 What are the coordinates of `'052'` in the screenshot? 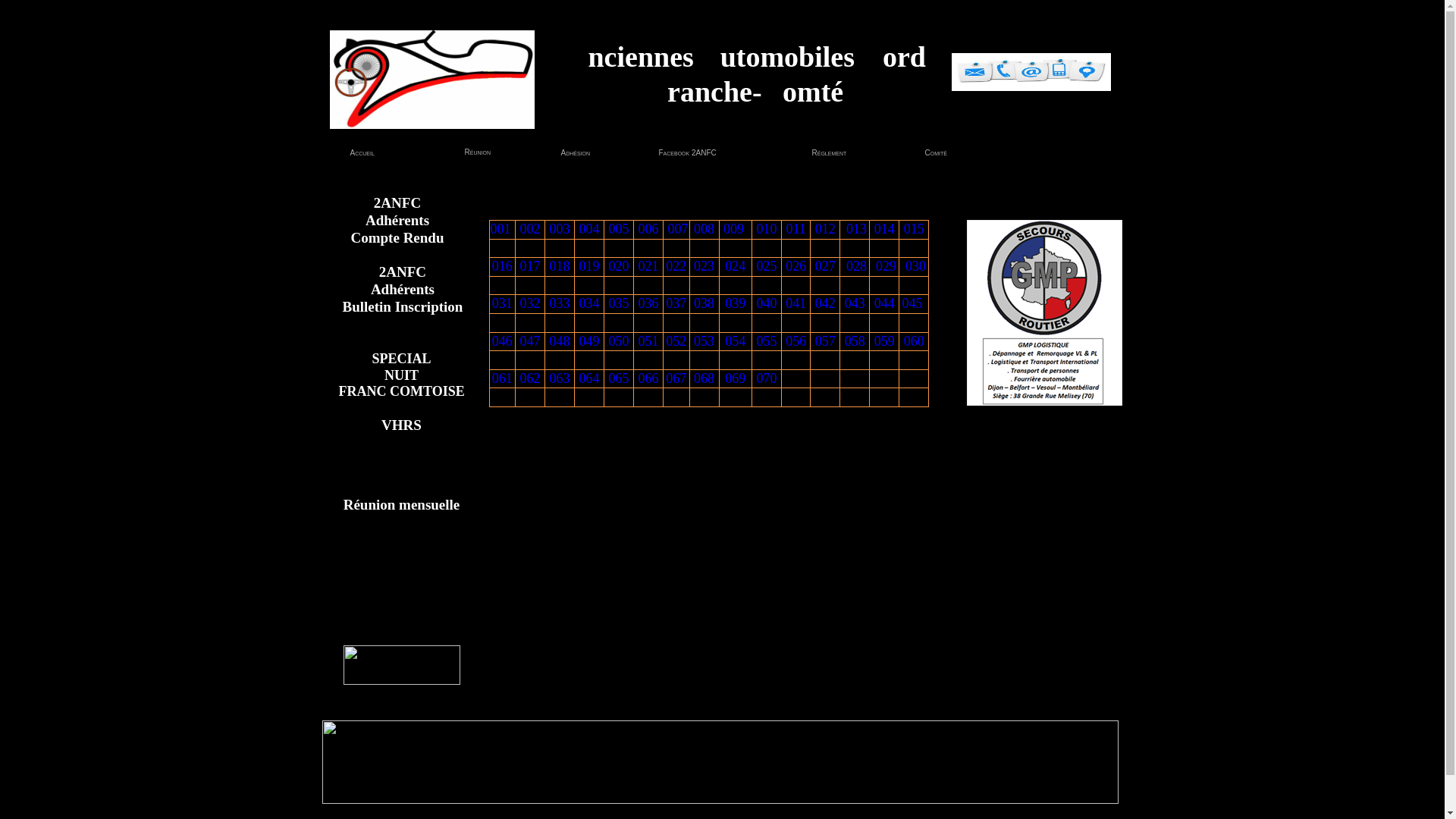 It's located at (666, 341).